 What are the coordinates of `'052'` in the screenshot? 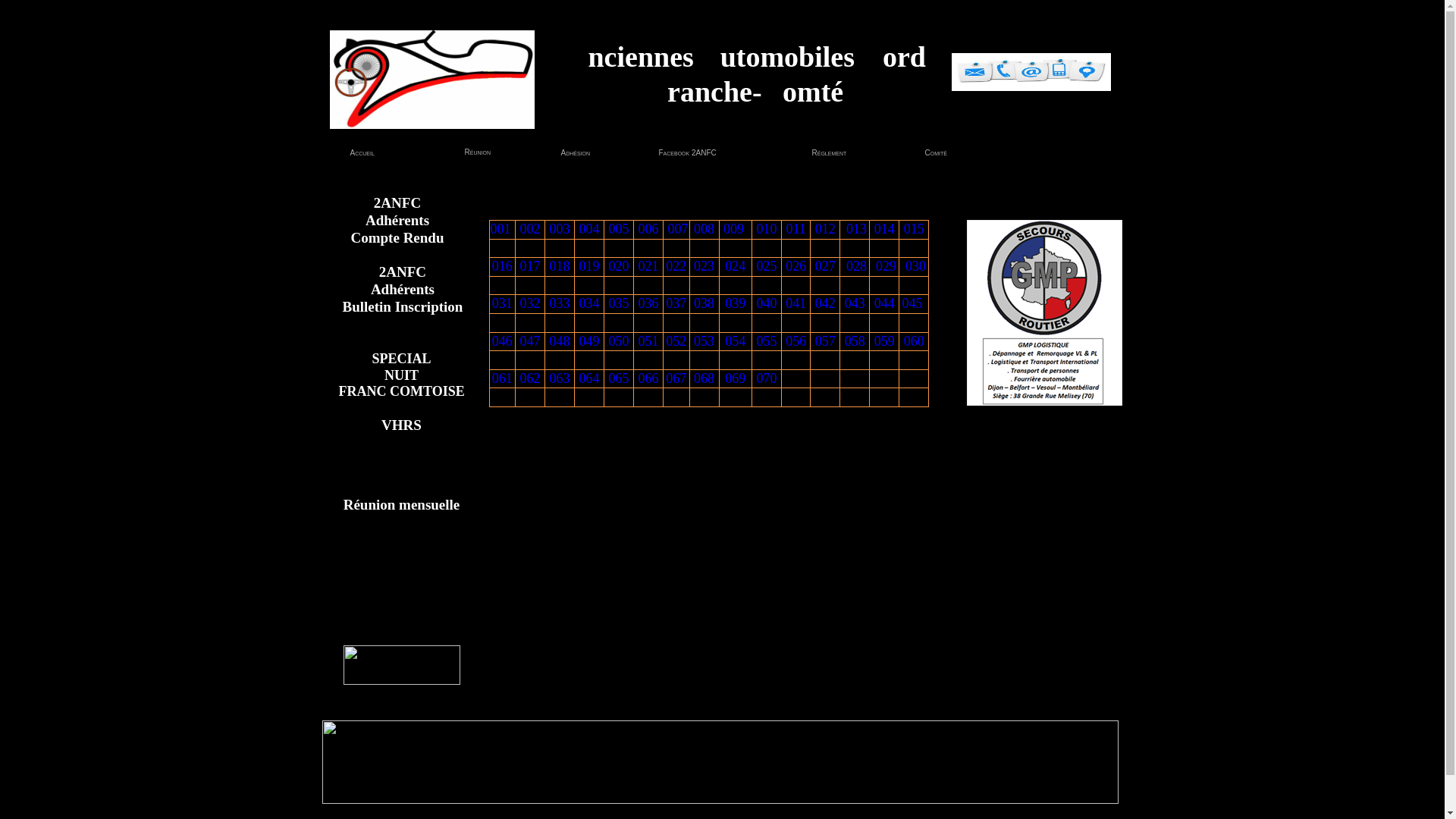 It's located at (666, 341).